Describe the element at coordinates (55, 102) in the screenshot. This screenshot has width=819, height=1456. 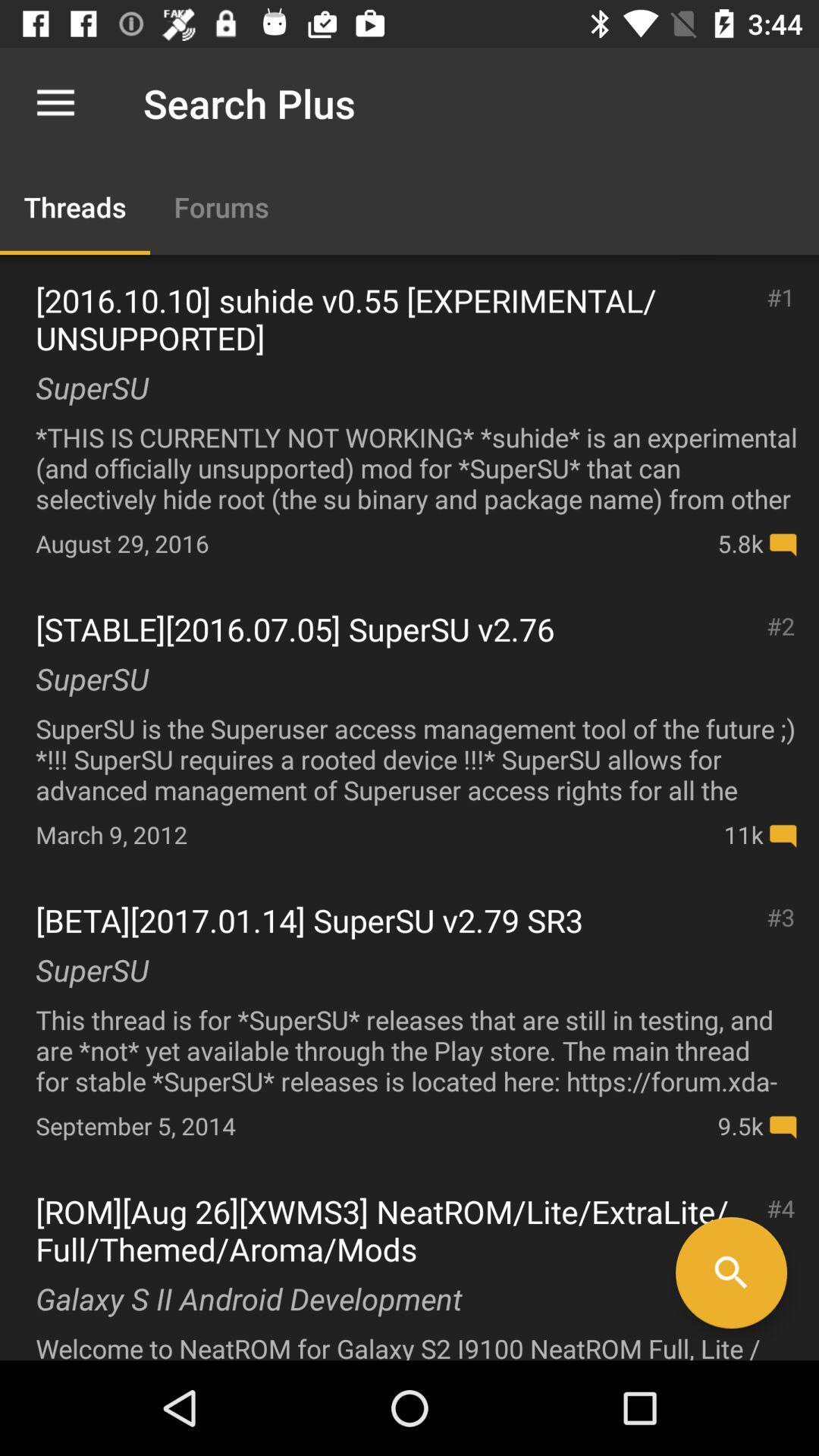
I see `icon above the threads item` at that location.